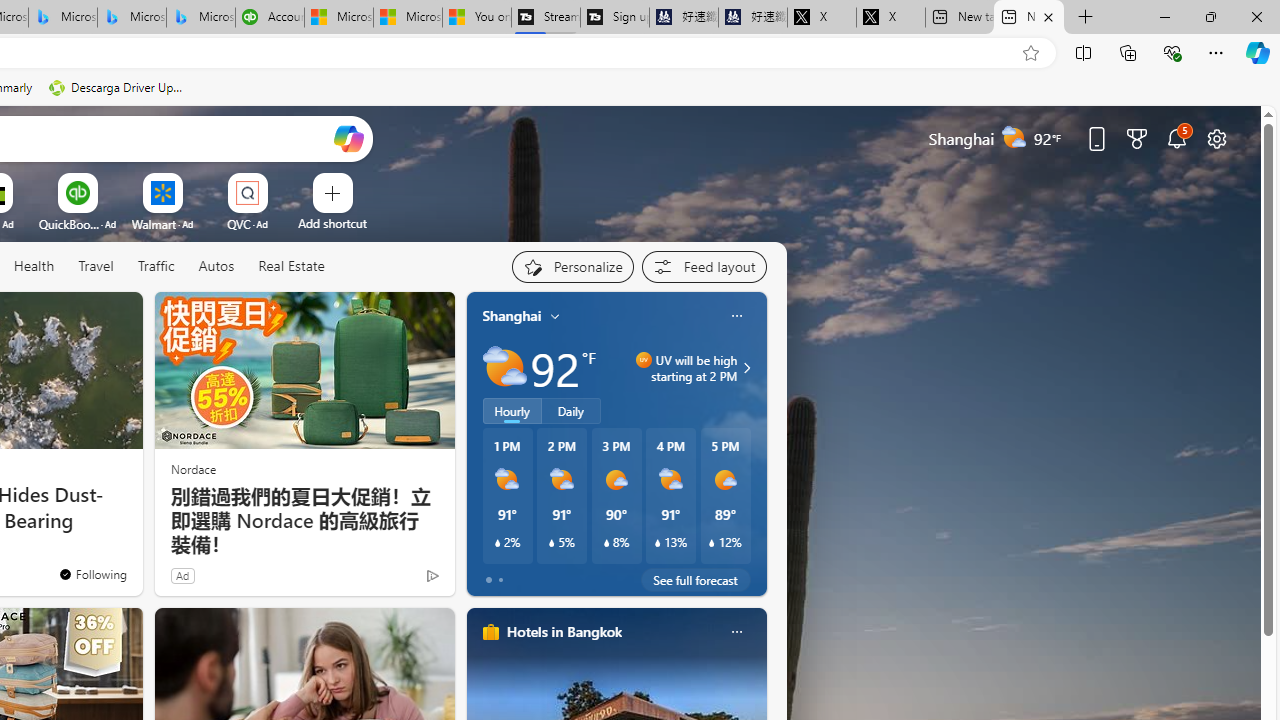 This screenshot has height=720, width=1280. Describe the element at coordinates (1176, 137) in the screenshot. I see `'Notifications'` at that location.